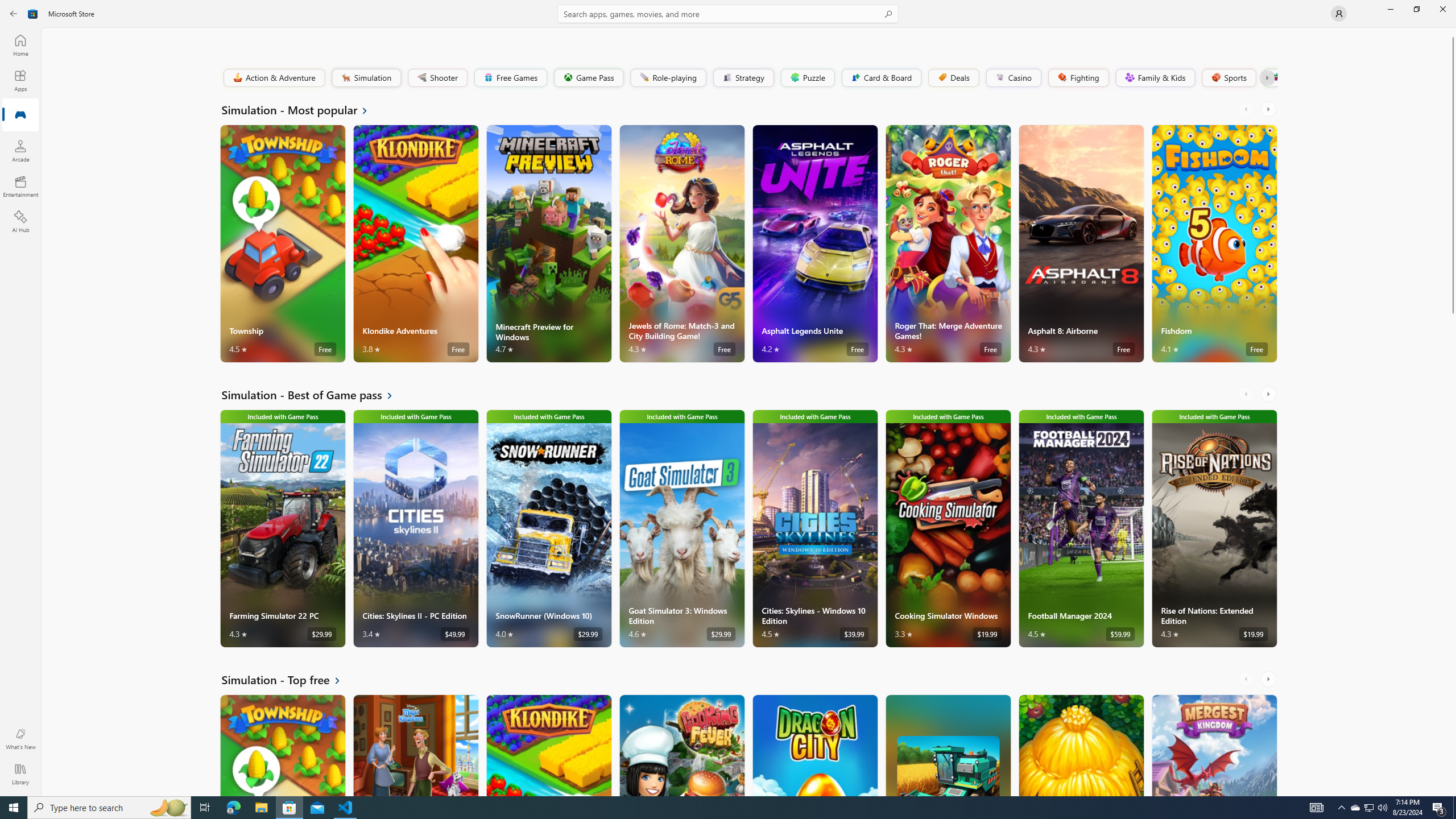 This screenshot has height=819, width=1456. I want to click on 'Platformer', so click(1269, 77).